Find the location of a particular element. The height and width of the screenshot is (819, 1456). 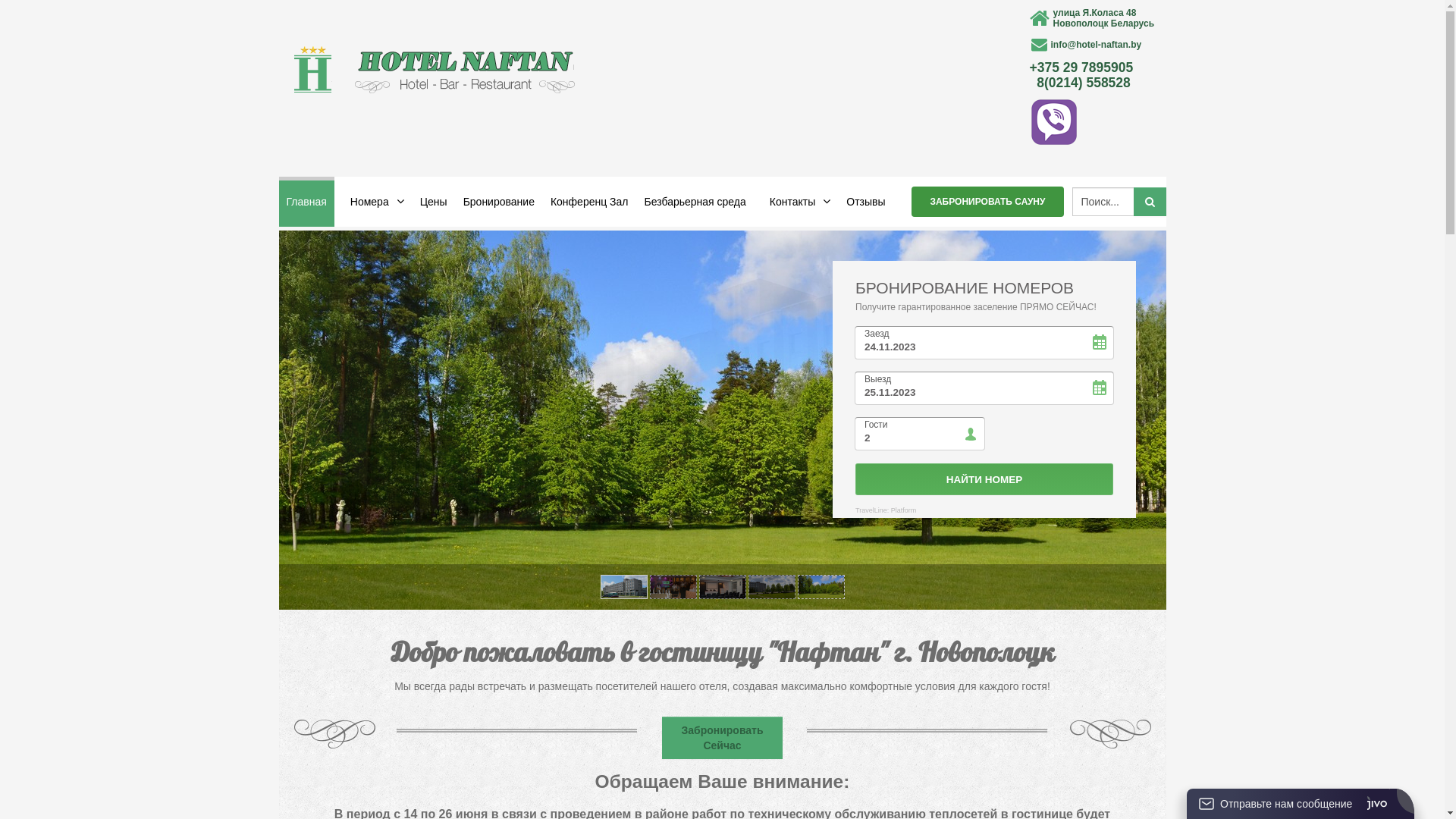

'Slide item 5' is located at coordinates (819, 586).